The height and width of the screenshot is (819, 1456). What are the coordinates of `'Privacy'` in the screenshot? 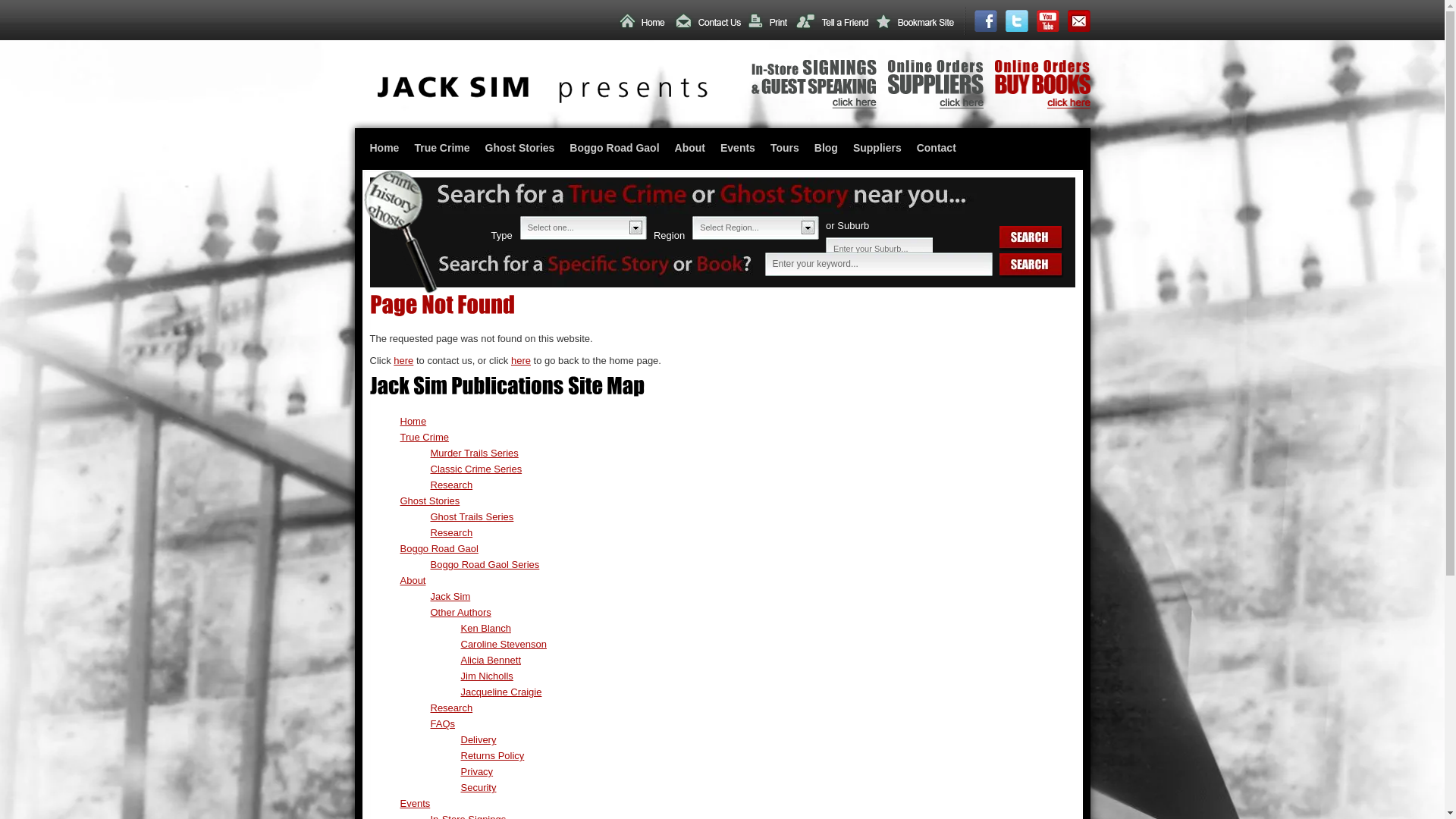 It's located at (476, 771).